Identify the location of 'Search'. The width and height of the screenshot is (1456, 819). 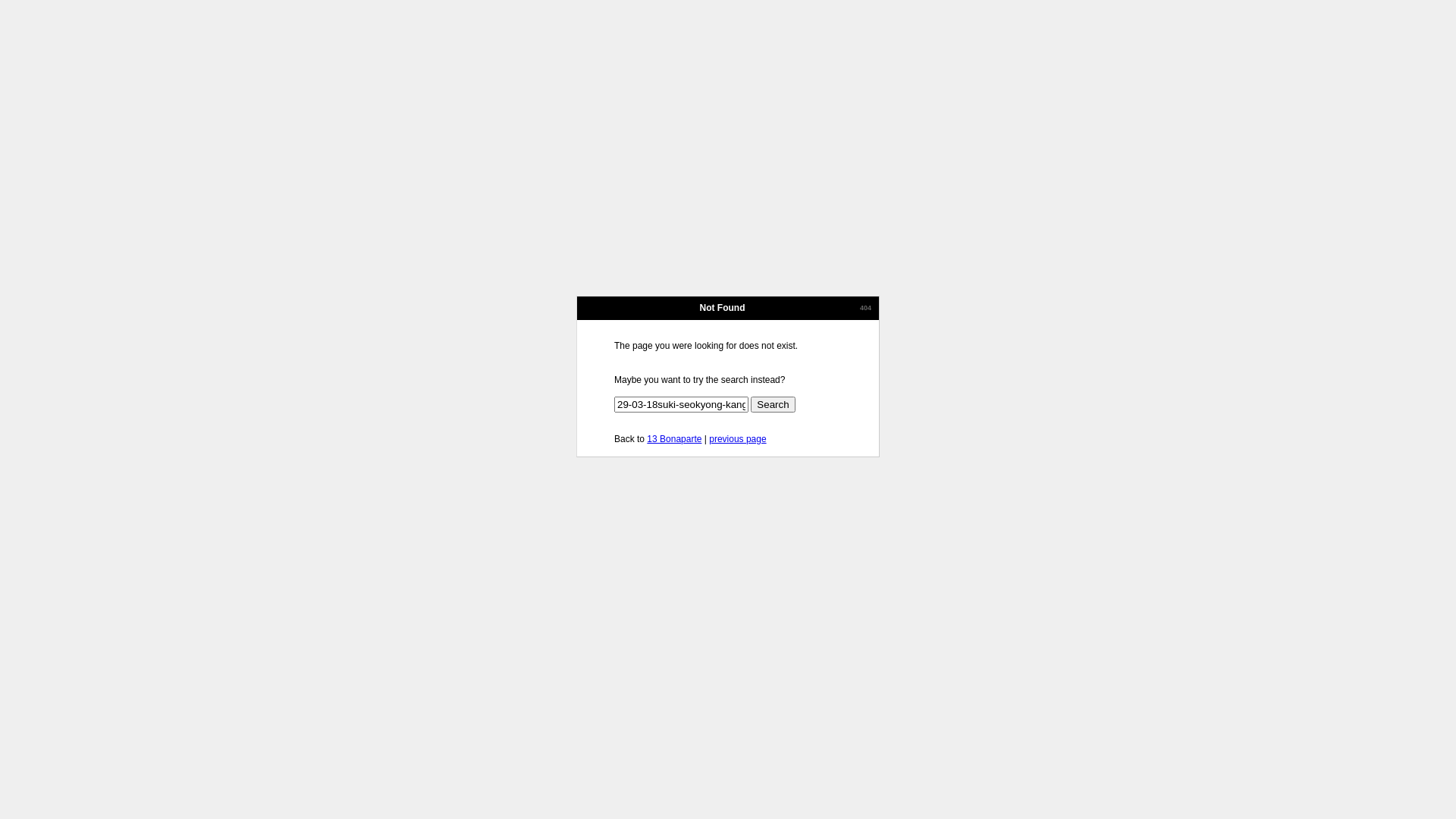
(772, 403).